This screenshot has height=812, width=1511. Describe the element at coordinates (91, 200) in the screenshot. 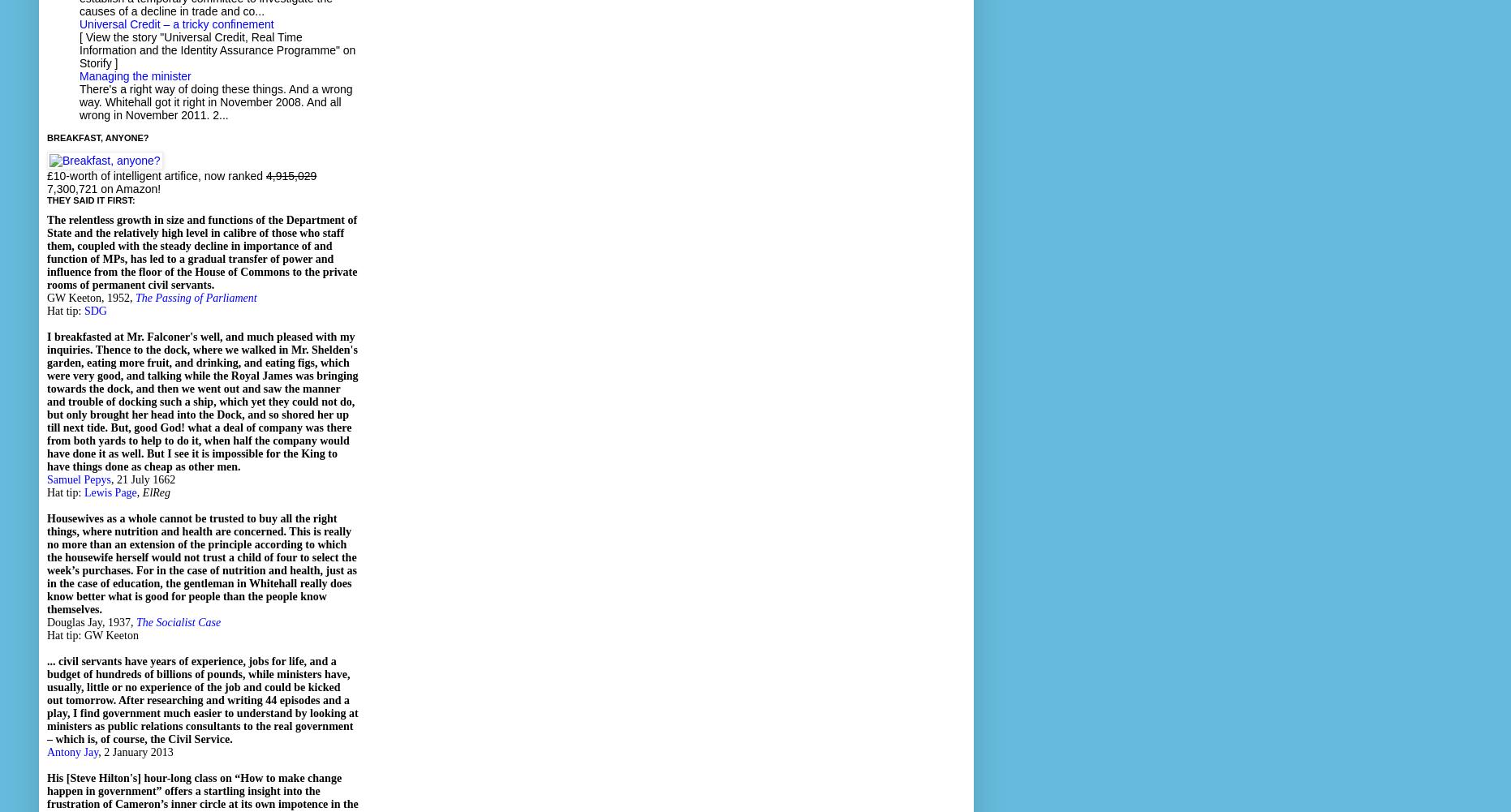

I see `'They said it first:'` at that location.